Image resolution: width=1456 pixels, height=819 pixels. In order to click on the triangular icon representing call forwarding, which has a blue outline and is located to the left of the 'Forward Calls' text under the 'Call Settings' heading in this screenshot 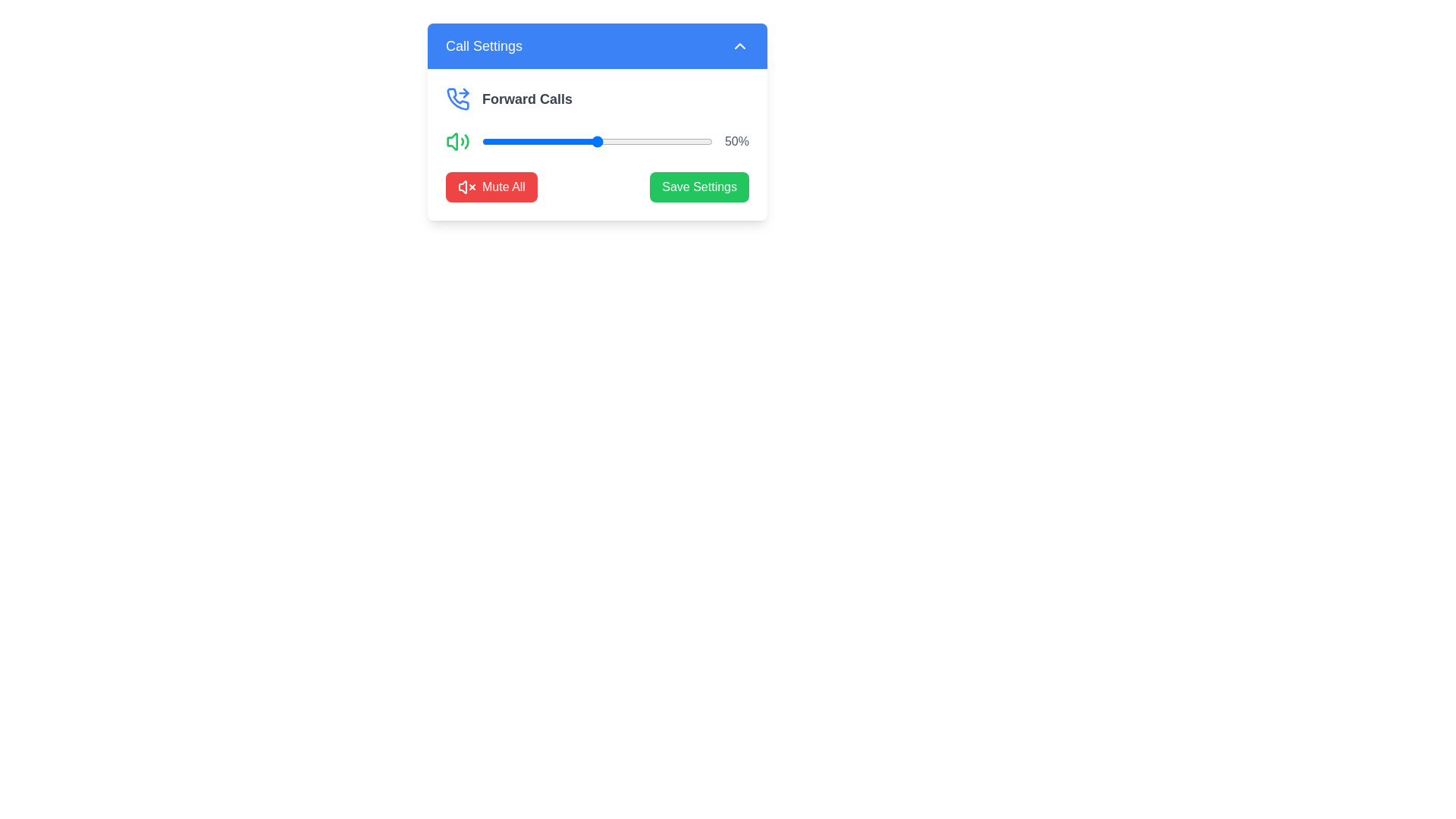, I will do `click(465, 93)`.